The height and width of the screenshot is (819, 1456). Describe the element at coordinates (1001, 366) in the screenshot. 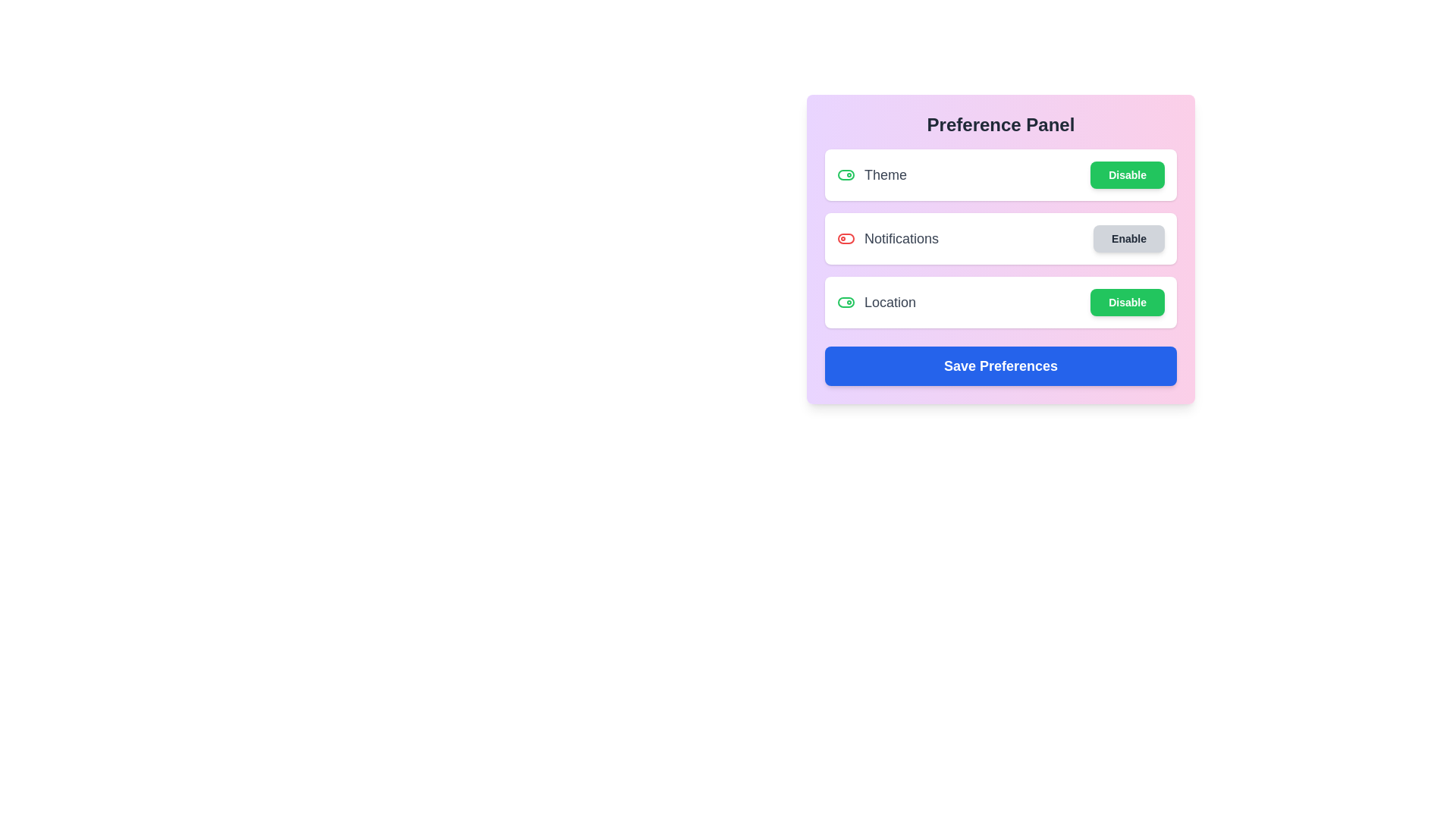

I see `the 'Save Preferences' button to save the current preferences` at that location.